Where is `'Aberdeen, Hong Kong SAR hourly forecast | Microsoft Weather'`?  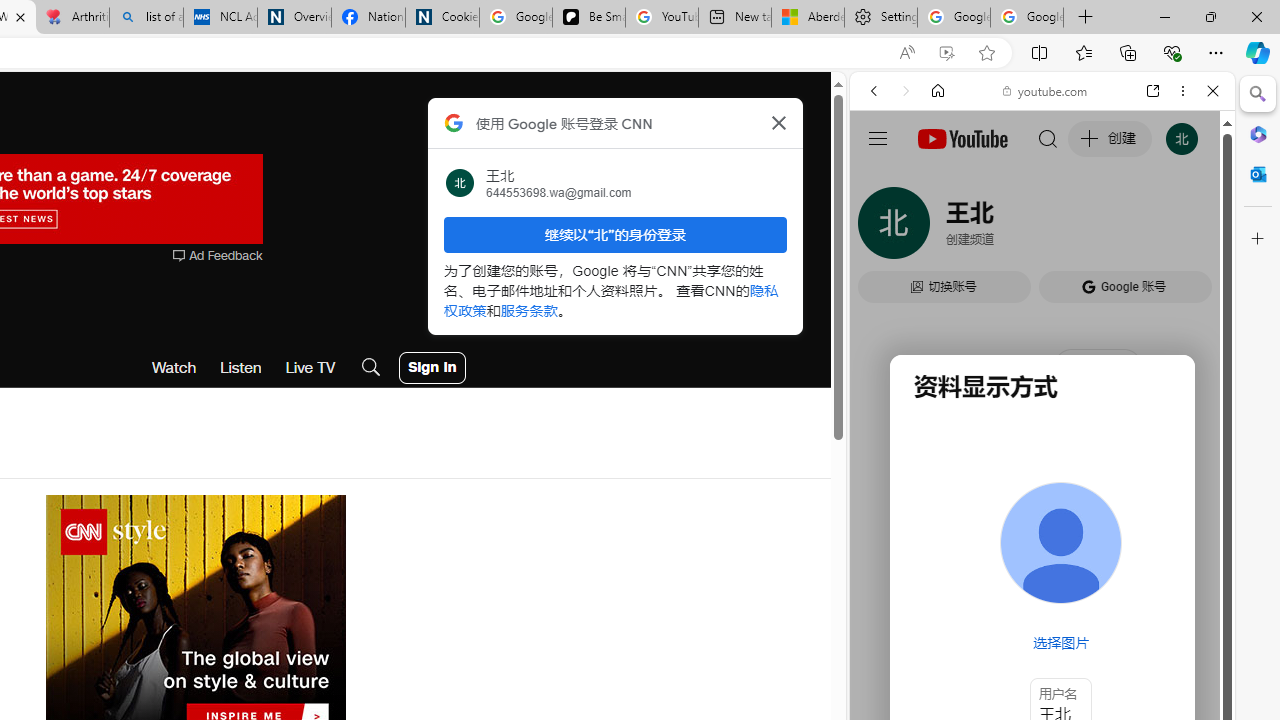
'Aberdeen, Hong Kong SAR hourly forecast | Microsoft Weather' is located at coordinates (807, 17).